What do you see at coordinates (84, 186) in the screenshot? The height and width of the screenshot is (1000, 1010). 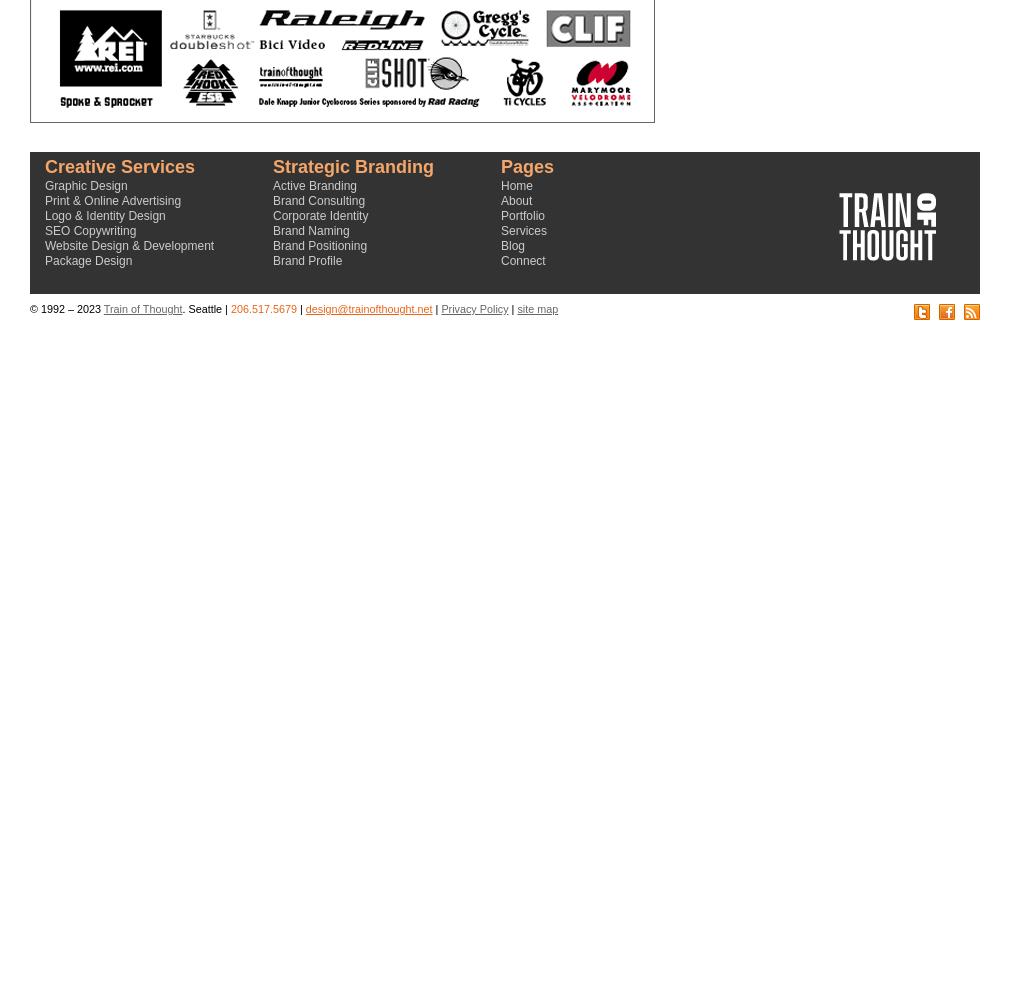 I see `'Graphic Design'` at bounding box center [84, 186].